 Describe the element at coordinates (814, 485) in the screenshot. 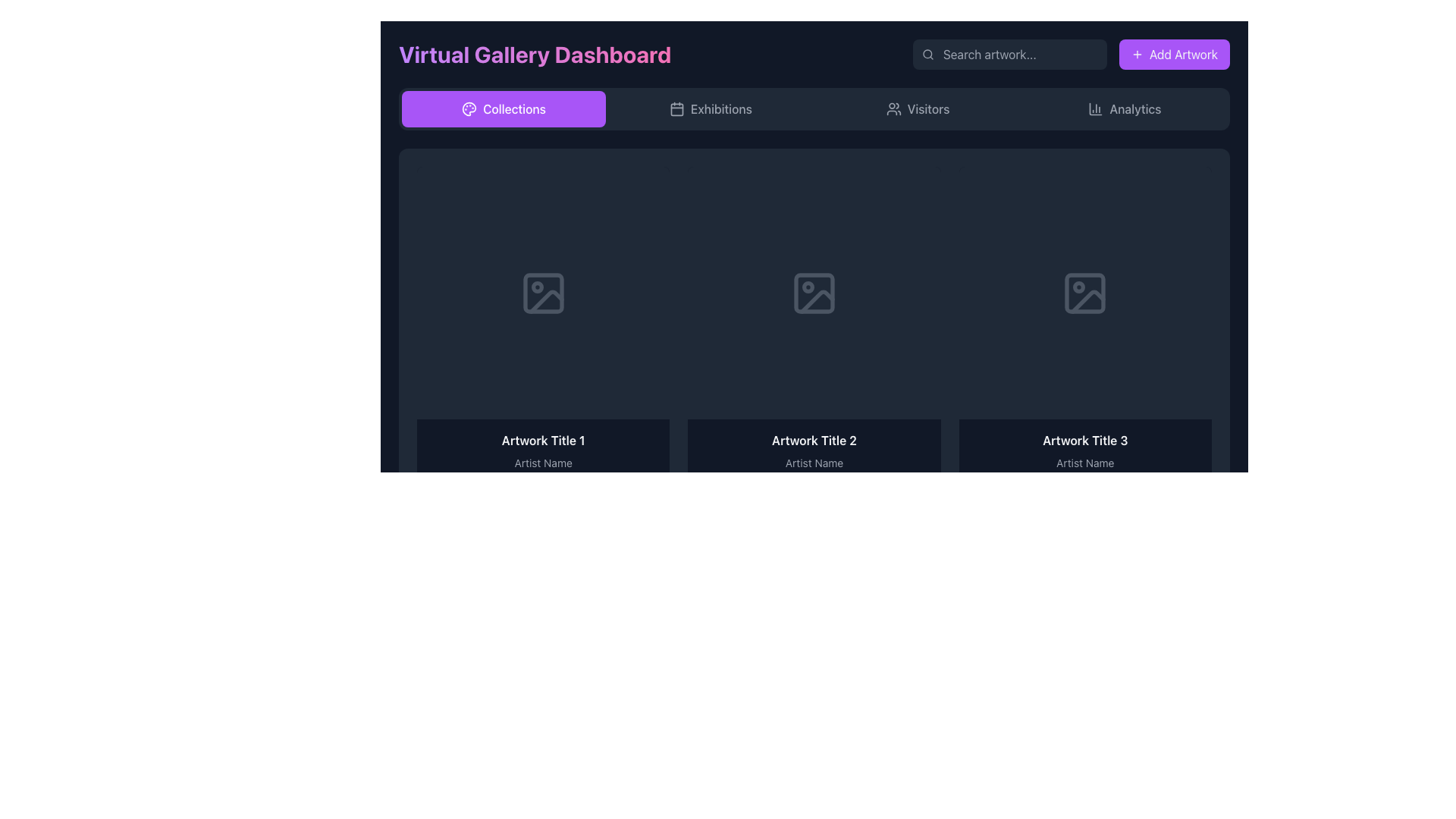

I see `the engagement statistics display component, which includes numerical values and icons, located below 'Artwork Title 2' and 'Artist Name' in the dashboard` at that location.